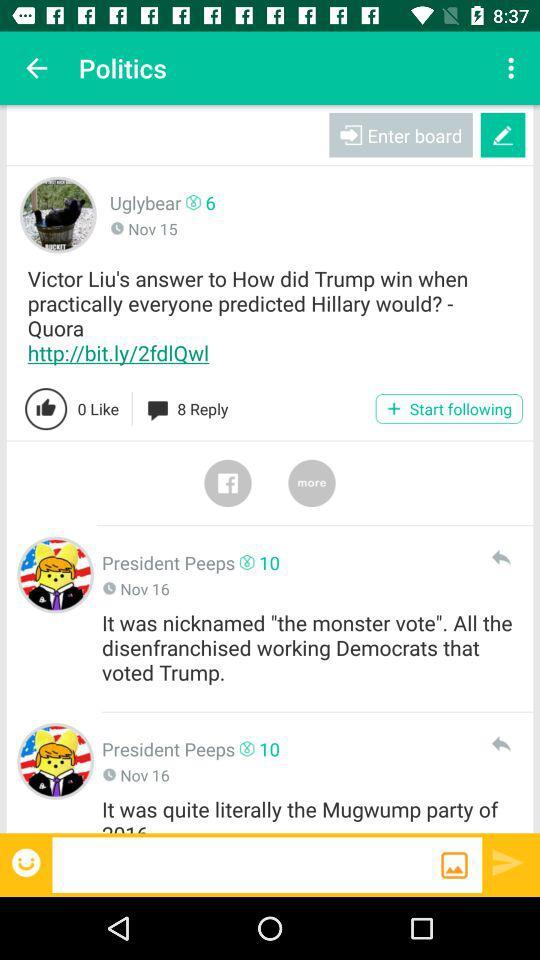  What do you see at coordinates (499, 743) in the screenshot?
I see `reply to status` at bounding box center [499, 743].